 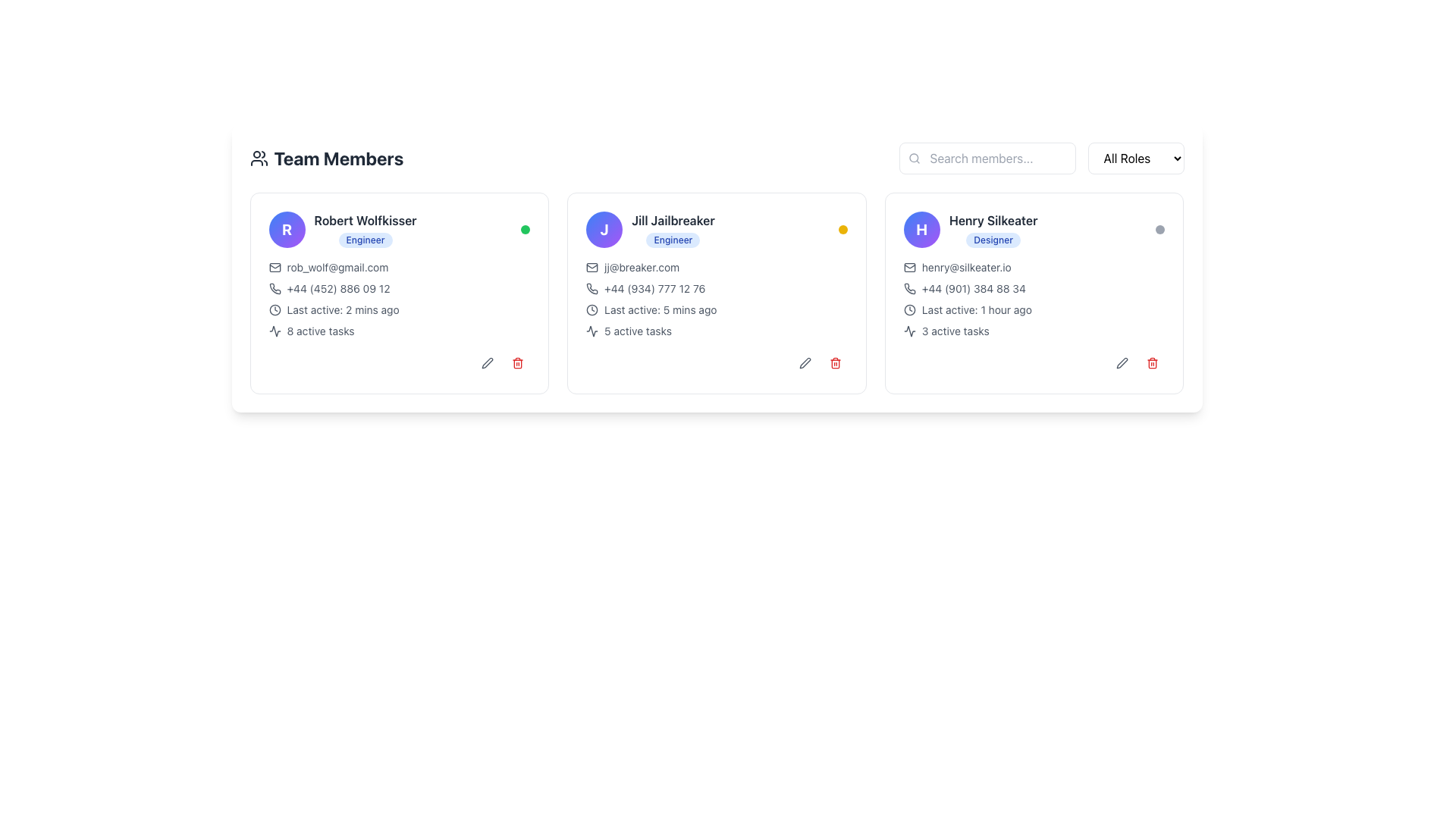 I want to click on the email icon located to the left of the email address 'jj@breaker.com' in Jill Jailbreaker's profile card, which is the second card from the left, so click(x=591, y=267).